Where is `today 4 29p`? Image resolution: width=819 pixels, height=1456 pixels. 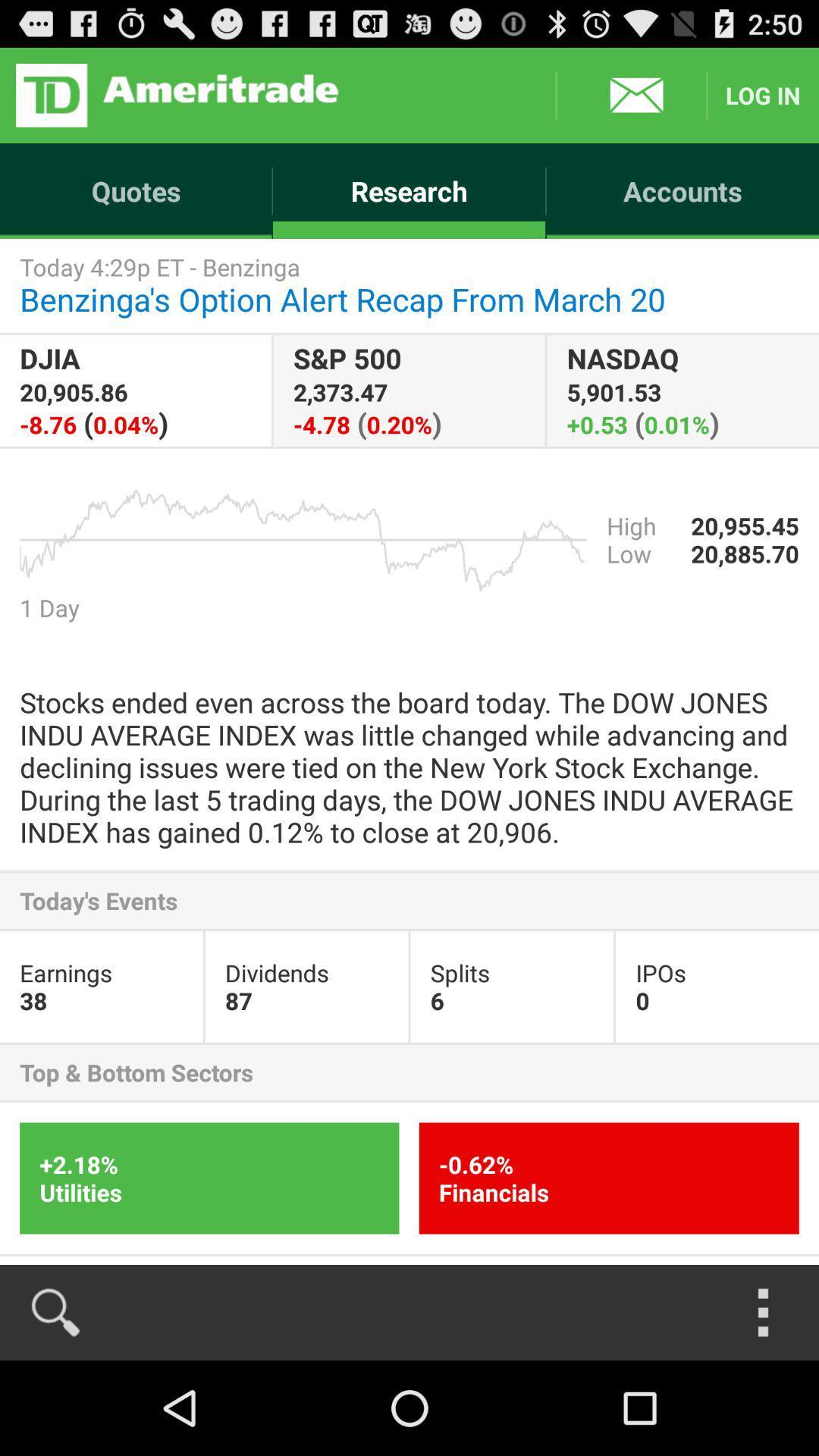 today 4 29p is located at coordinates (409, 285).